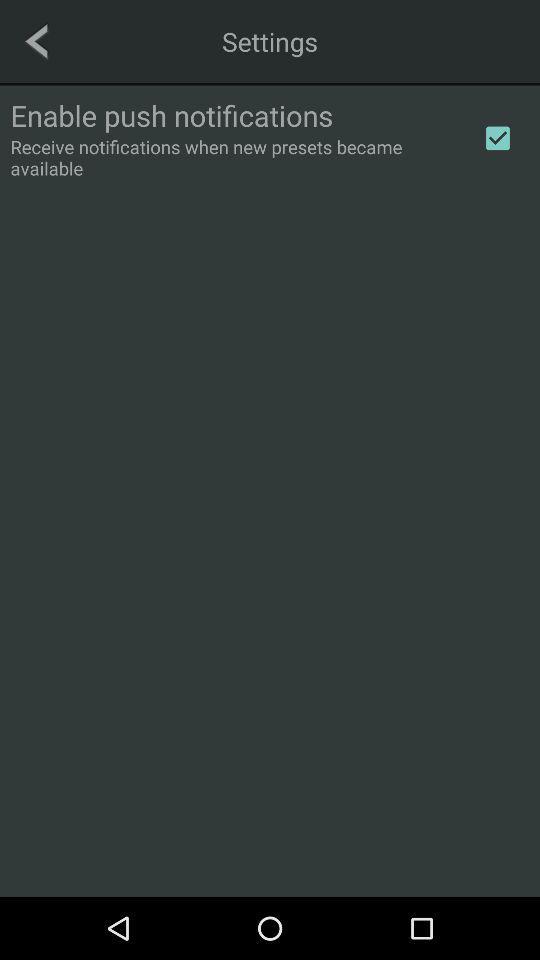 This screenshot has height=960, width=540. Describe the element at coordinates (36, 40) in the screenshot. I see `go back` at that location.